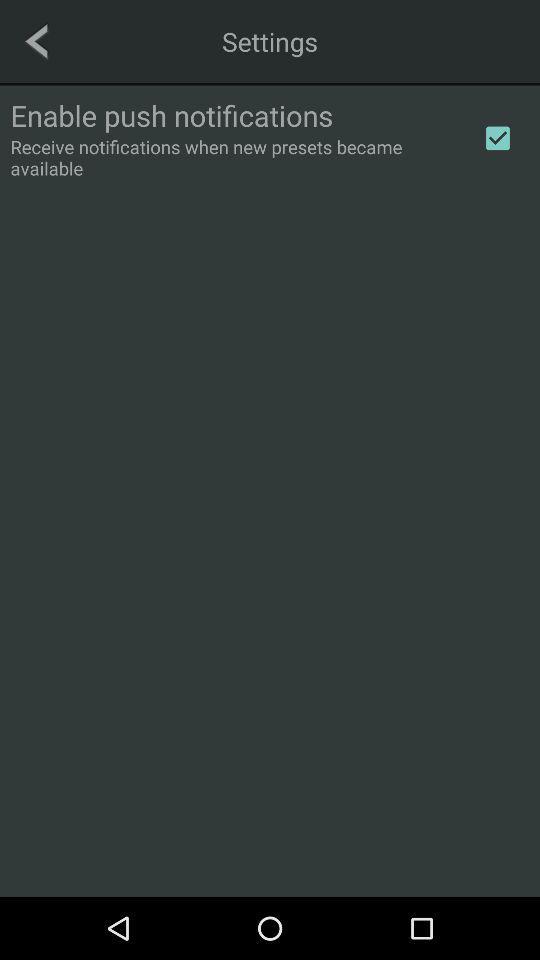 This screenshot has height=960, width=540. Describe the element at coordinates (36, 40) in the screenshot. I see `go back` at that location.